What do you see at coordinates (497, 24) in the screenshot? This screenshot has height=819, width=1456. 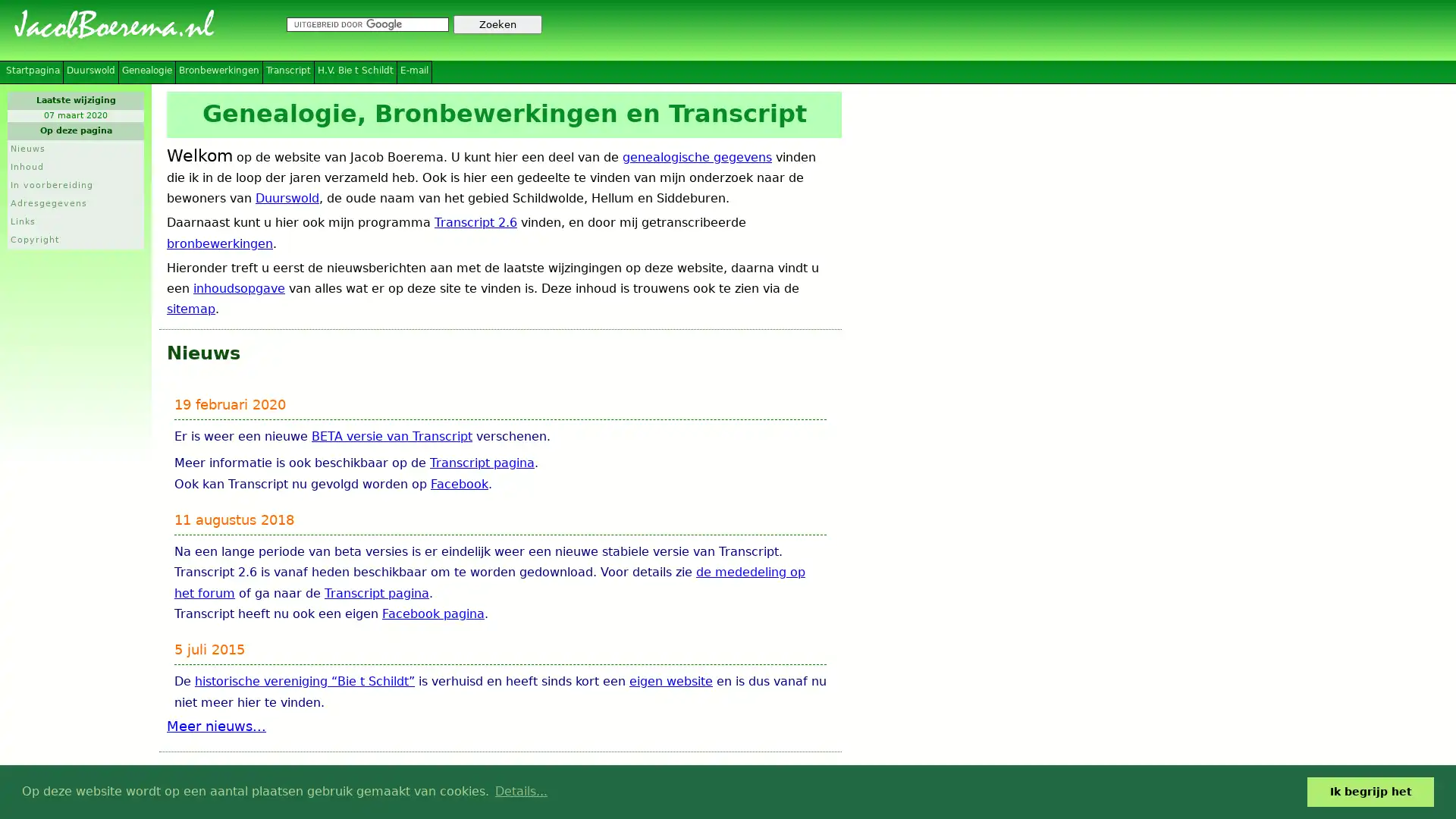 I see `Zoeken` at bounding box center [497, 24].